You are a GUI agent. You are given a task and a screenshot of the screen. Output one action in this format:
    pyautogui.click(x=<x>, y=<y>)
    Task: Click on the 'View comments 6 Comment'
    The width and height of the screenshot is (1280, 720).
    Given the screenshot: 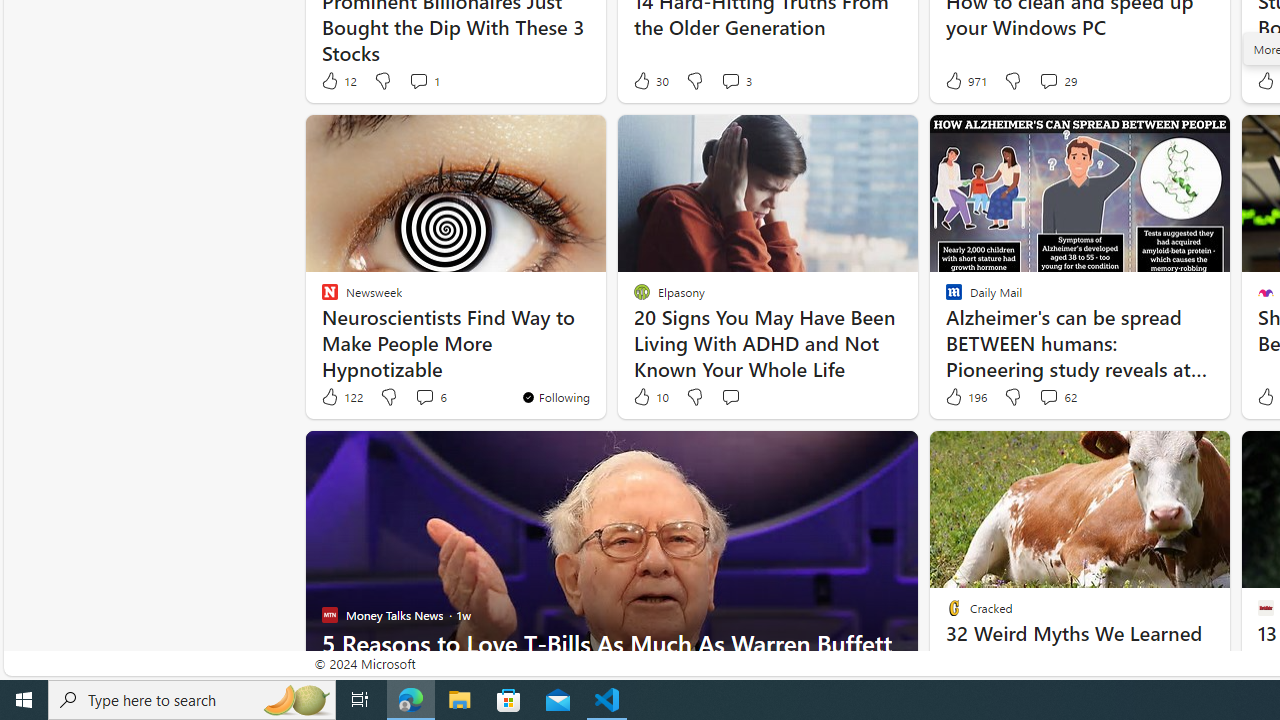 What is the action you would take?
    pyautogui.click(x=423, y=397)
    